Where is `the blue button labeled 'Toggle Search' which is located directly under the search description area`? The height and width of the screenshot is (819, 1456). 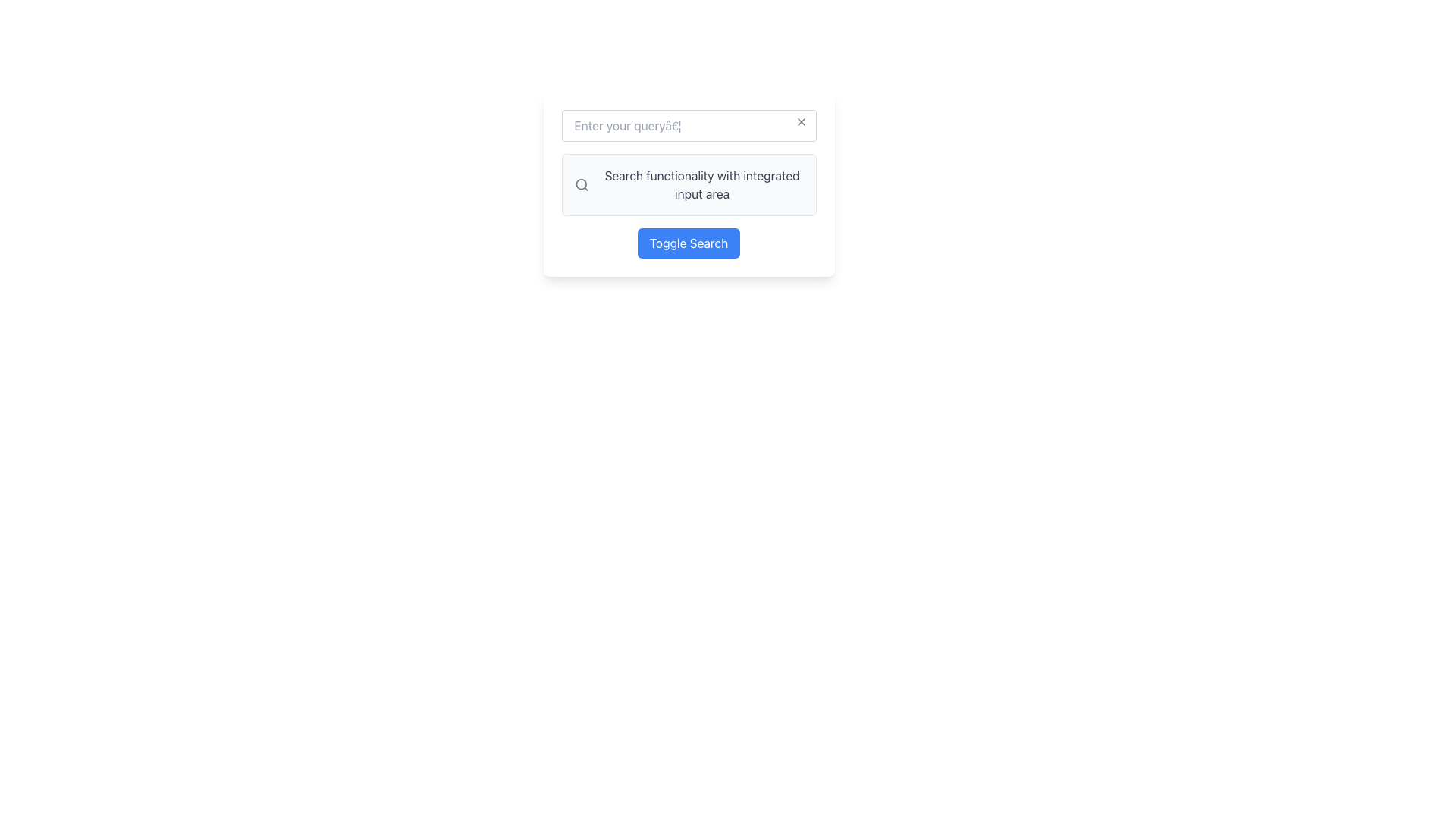
the blue button labeled 'Toggle Search' which is located directly under the search description area is located at coordinates (688, 242).